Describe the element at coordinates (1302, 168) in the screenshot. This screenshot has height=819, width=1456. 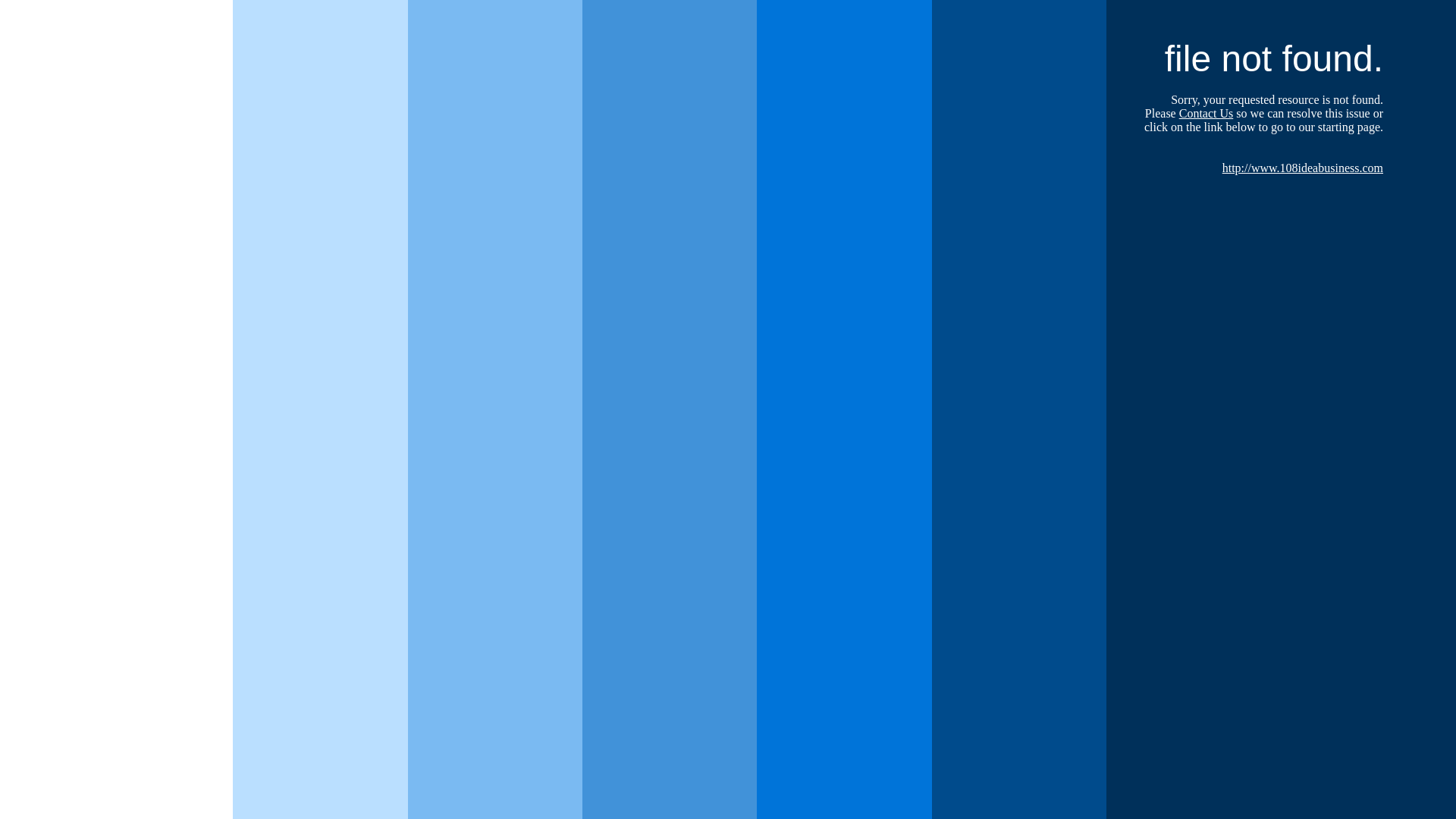
I see `'http://www.108ideabusiness.com'` at that location.